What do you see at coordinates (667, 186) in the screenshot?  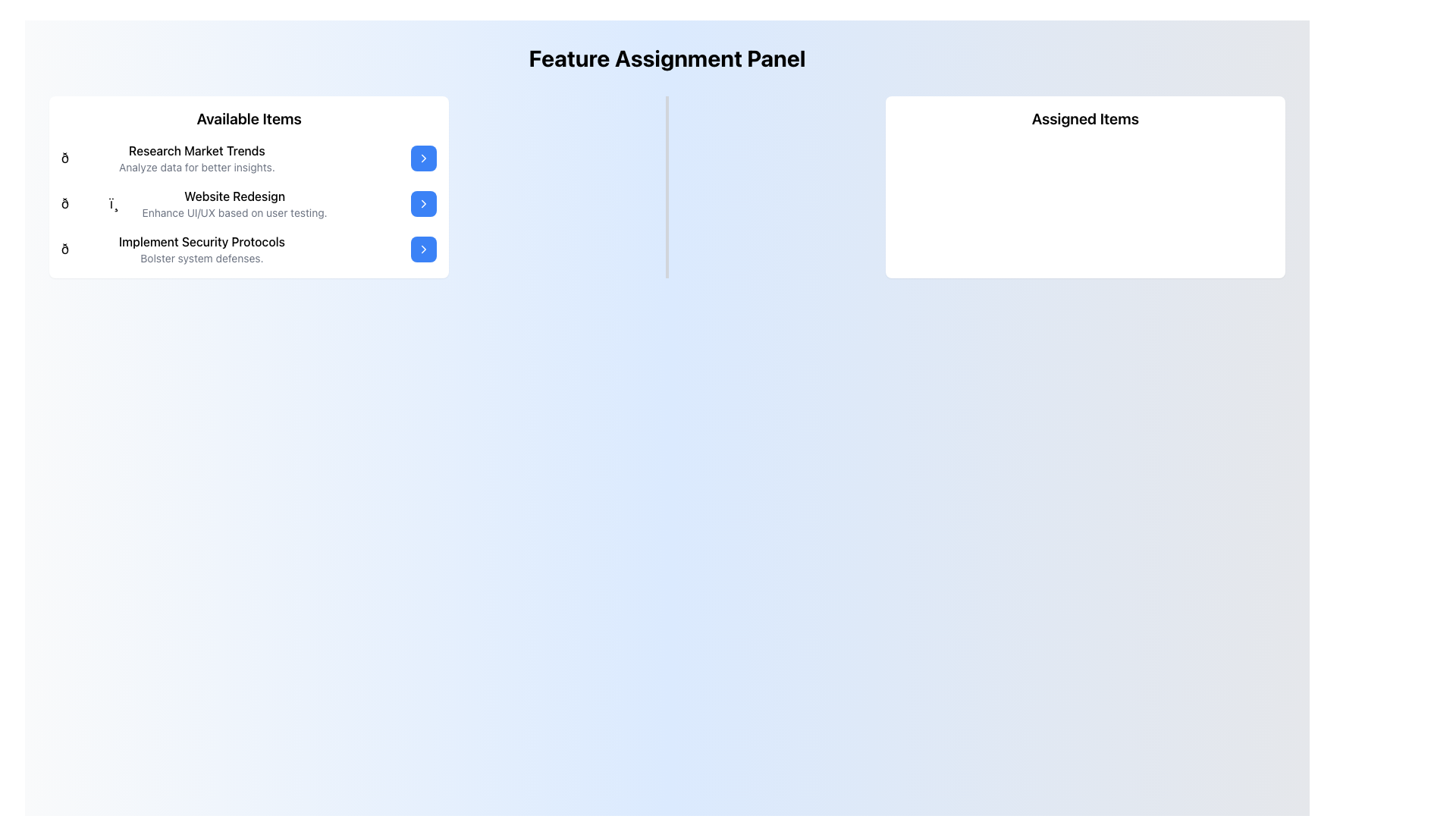 I see `the vertical divider that separates the 'Available Items' section on the left from the 'Assigned Items' section on the right, which is a gray vertically oriented line in the middle column of the layout` at bounding box center [667, 186].